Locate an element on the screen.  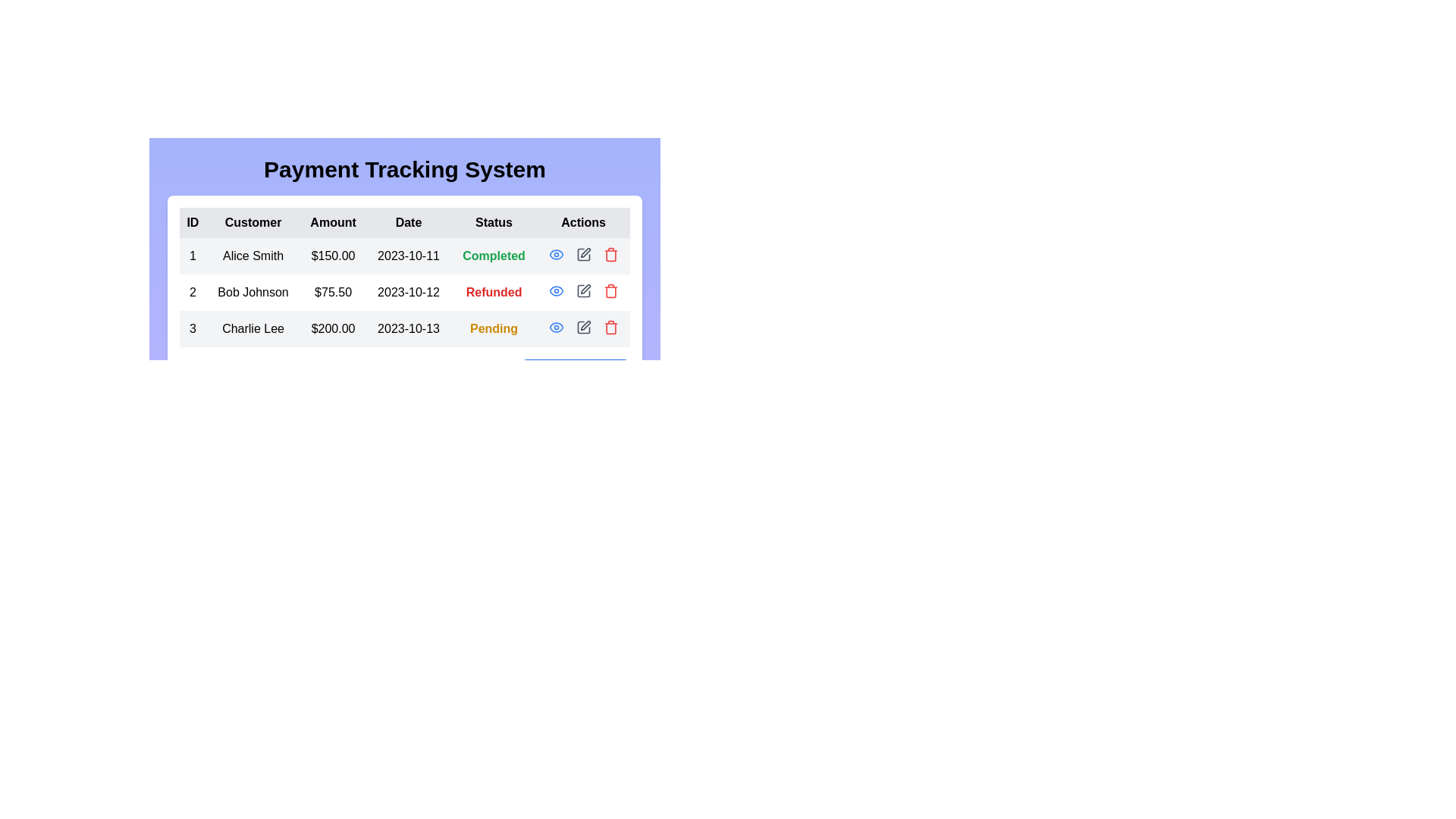
text content of the third row in the 'Payment Tracking System' table, which includes details about transaction ID '3', customer name 'Charlie Lee', transaction amount '$200.00', date '2023-10-13', and status 'Pending' is located at coordinates (404, 328).